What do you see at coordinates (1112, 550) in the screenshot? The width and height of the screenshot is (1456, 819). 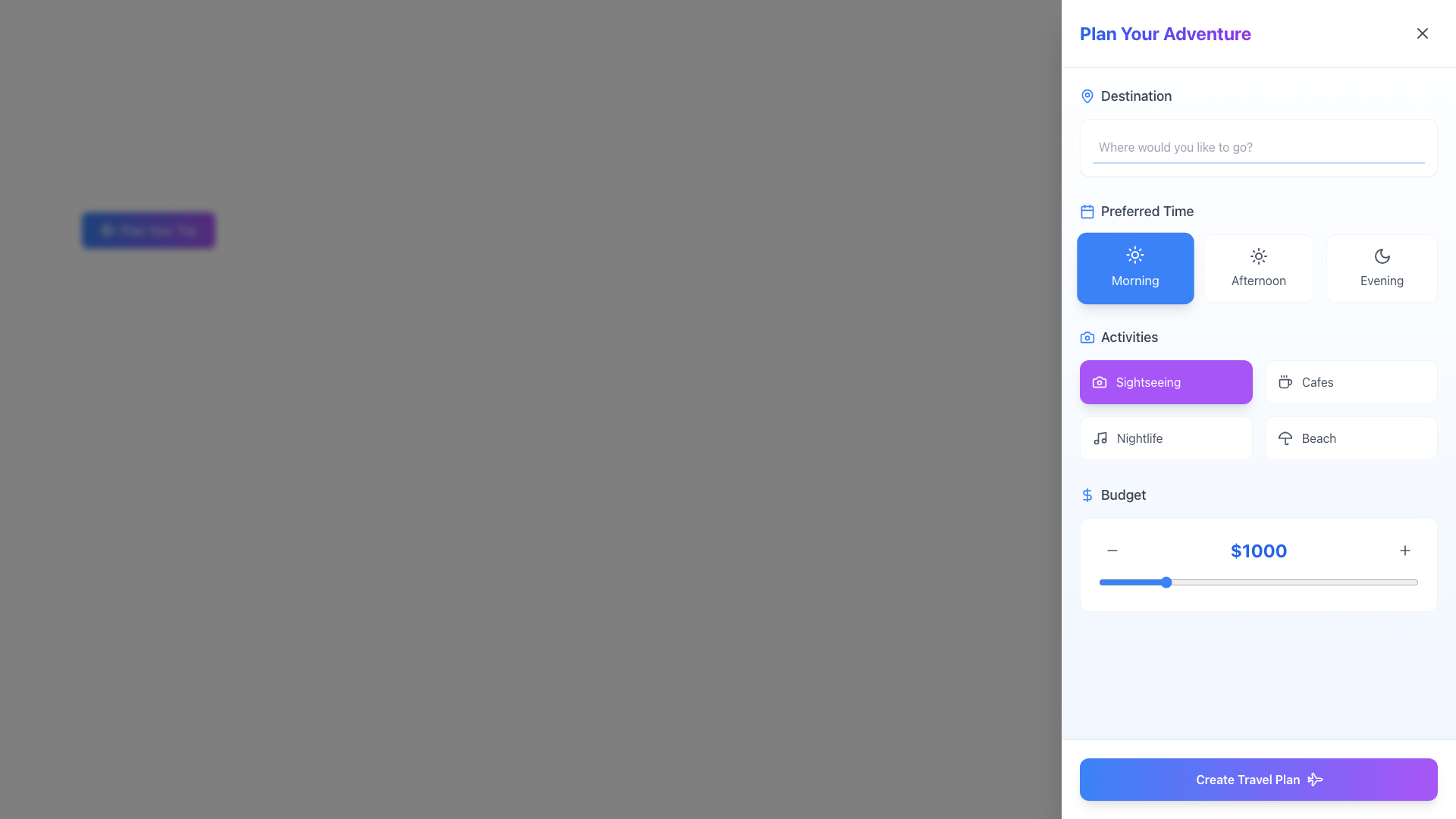 I see `the minus sign icon button inside the circular button to decrease the budget value by a set step` at bounding box center [1112, 550].